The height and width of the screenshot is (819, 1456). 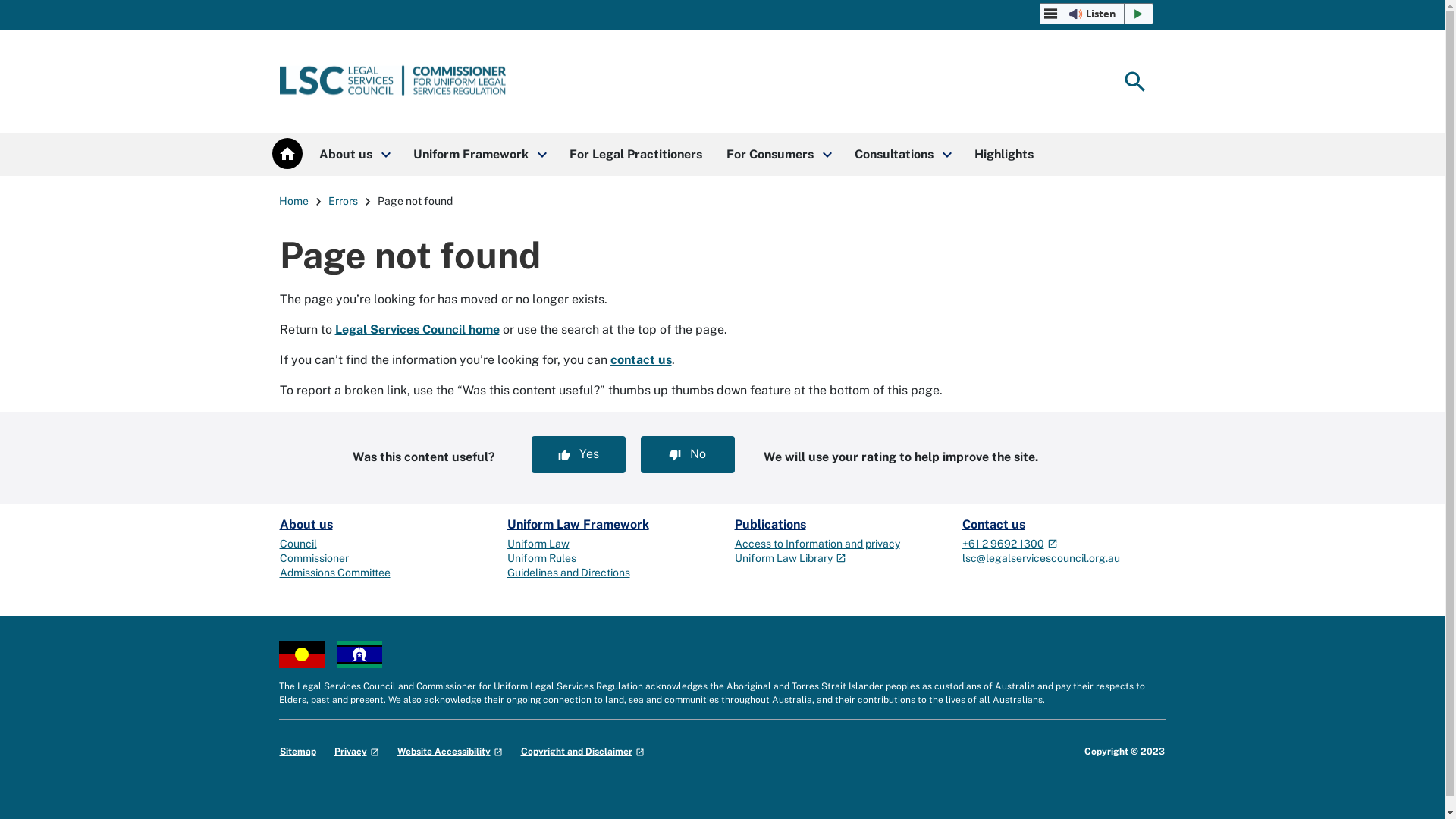 I want to click on 'Admissions Committee', so click(x=334, y=573).